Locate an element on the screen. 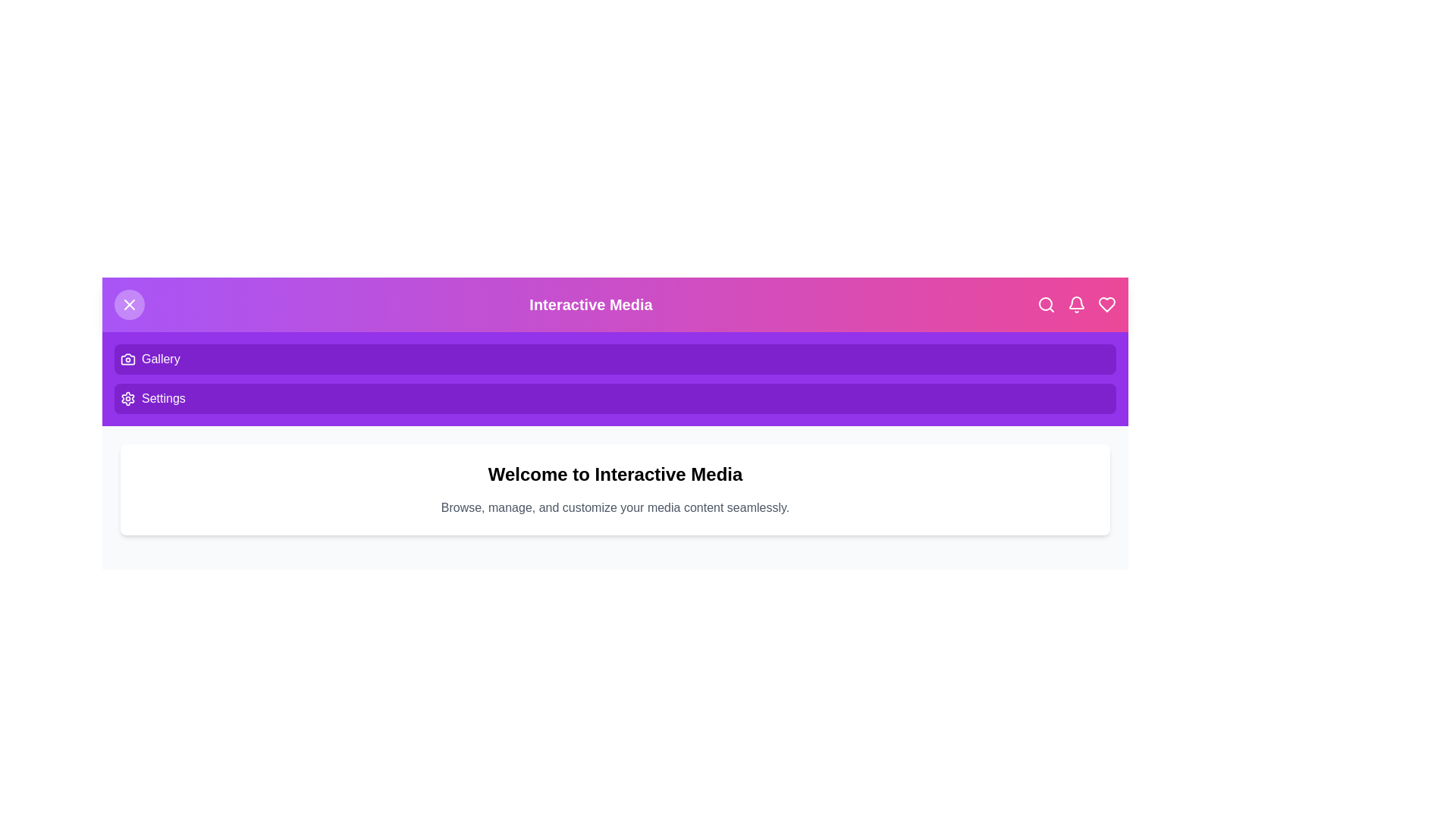 Image resolution: width=1456 pixels, height=819 pixels. the Favorites icon in the header is located at coordinates (1106, 304).